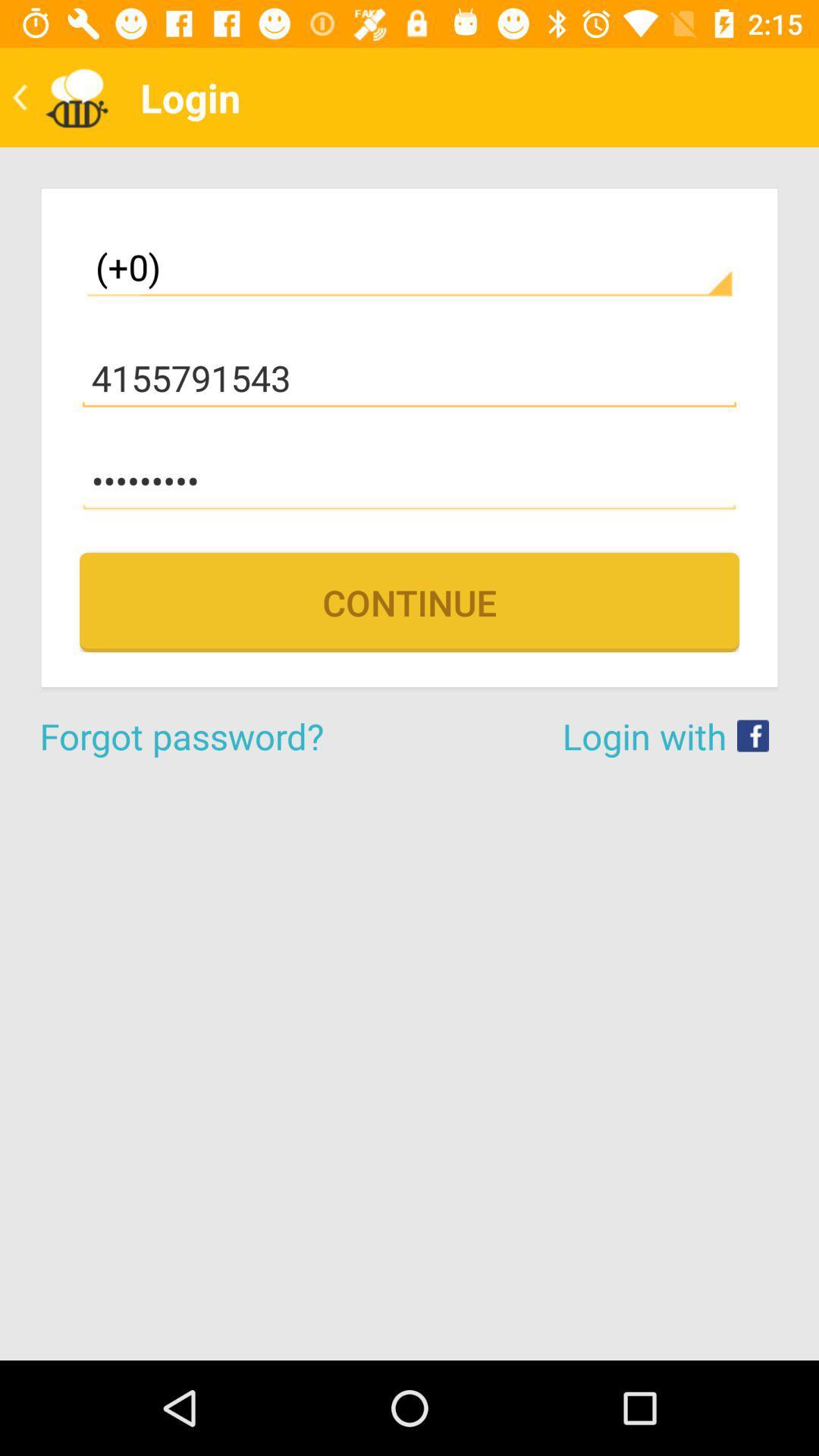 This screenshot has height=1456, width=819. What do you see at coordinates (409, 378) in the screenshot?
I see `the 4155791543 item` at bounding box center [409, 378].